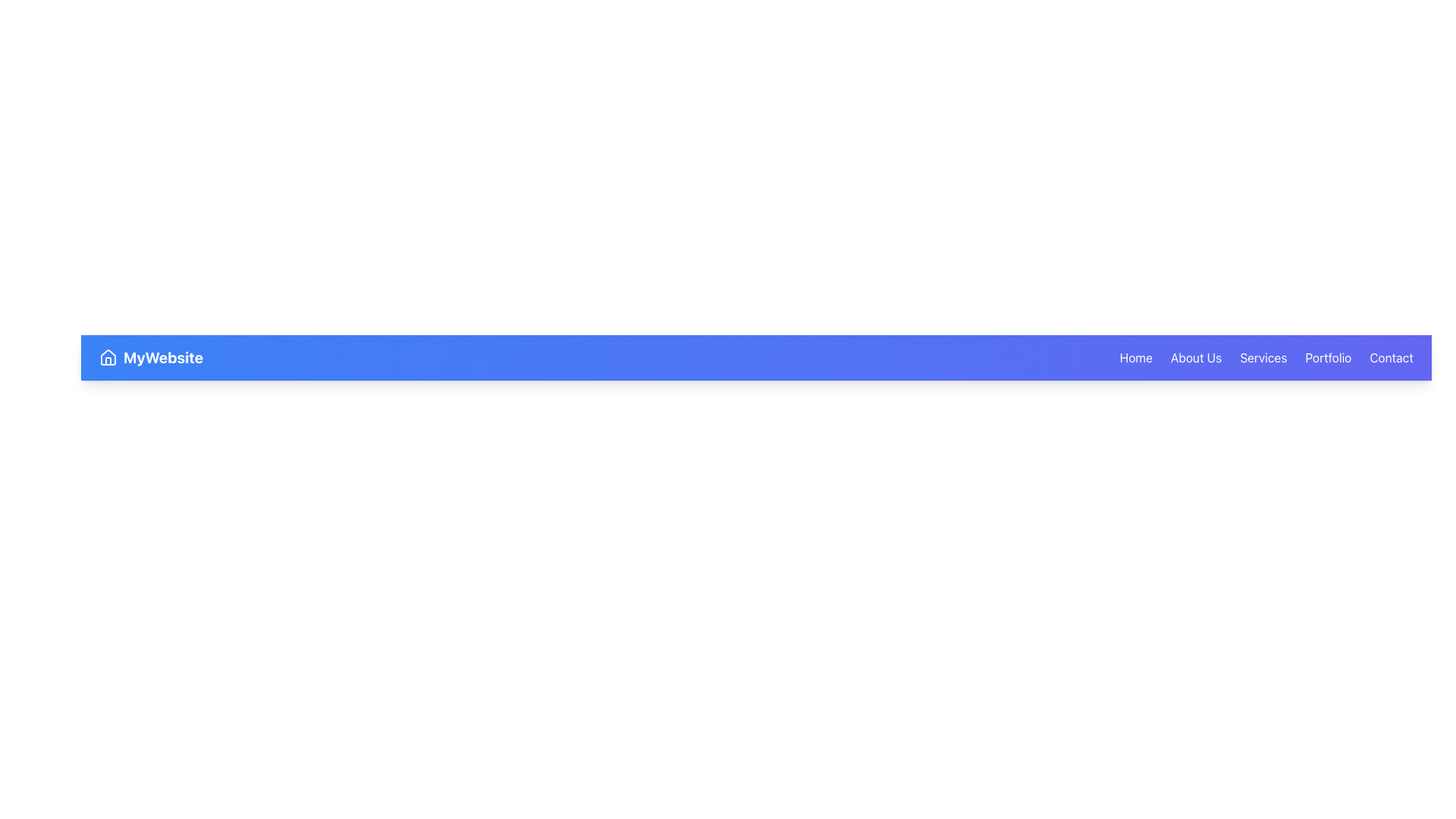 This screenshot has height=819, width=1456. I want to click on the 'Portfolio' navigation item, which is styled in white font on a blue background, so click(1327, 357).